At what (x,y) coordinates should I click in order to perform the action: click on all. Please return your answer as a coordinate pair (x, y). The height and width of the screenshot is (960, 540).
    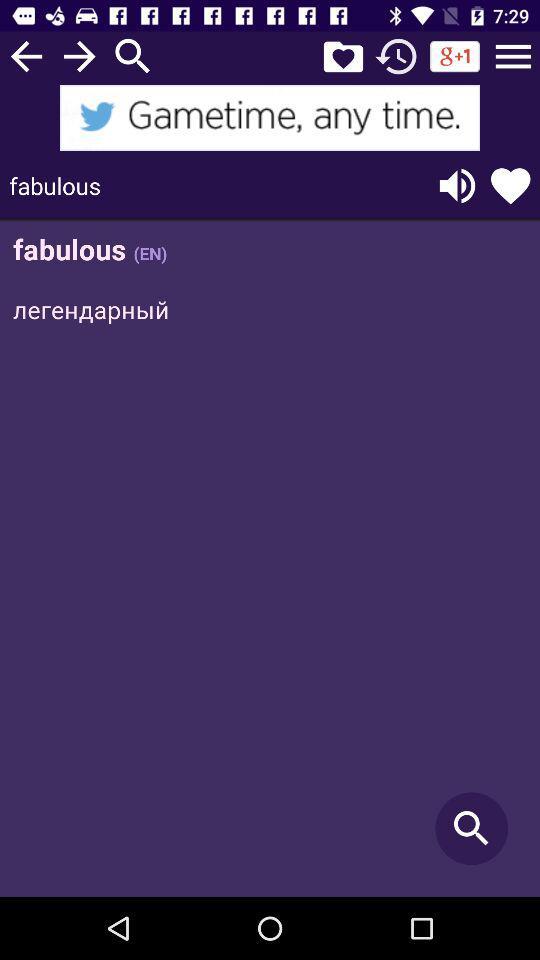
    Looking at the image, I should click on (513, 55).